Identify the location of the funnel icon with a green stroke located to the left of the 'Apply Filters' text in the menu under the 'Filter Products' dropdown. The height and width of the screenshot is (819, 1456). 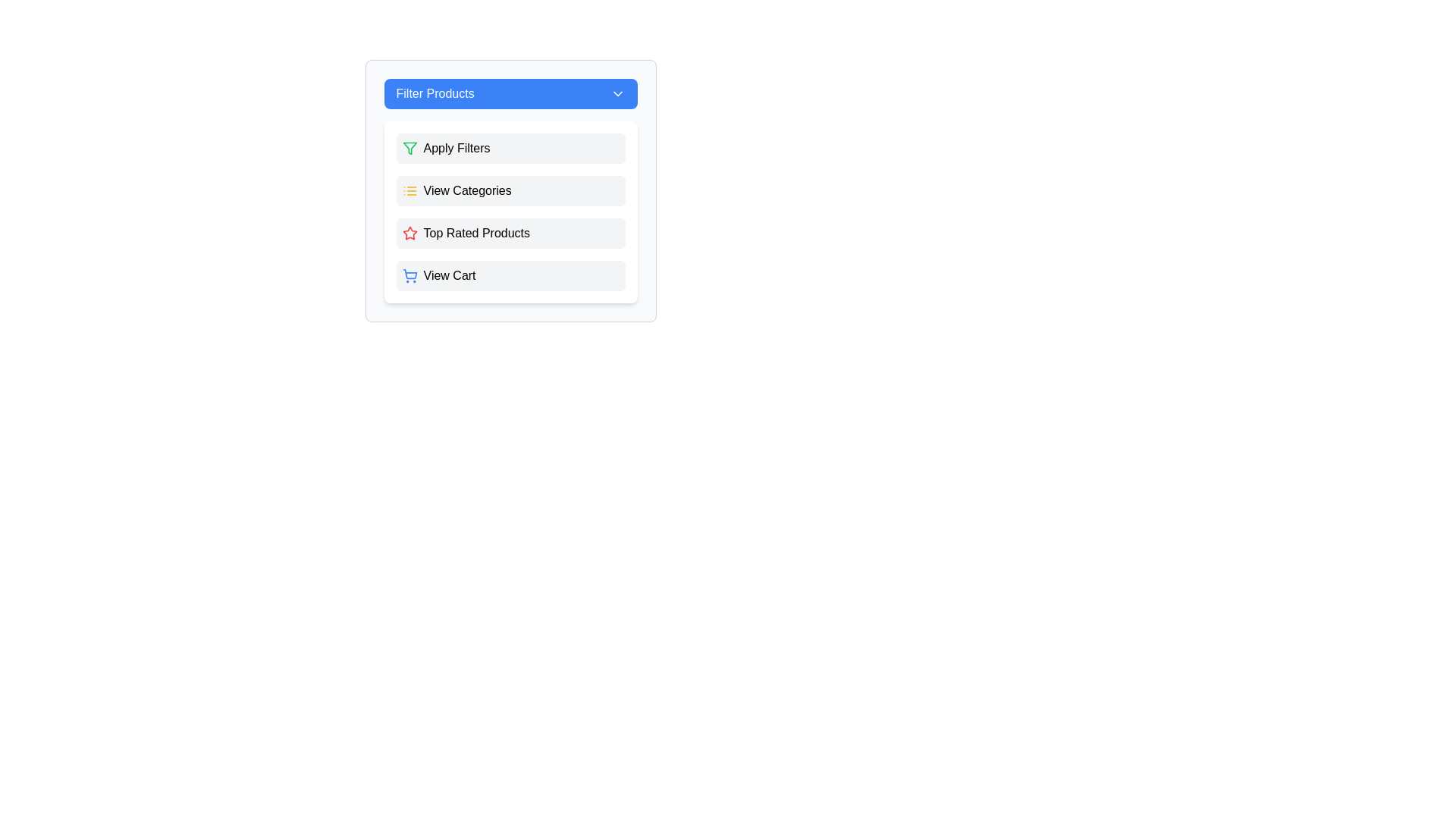
(409, 149).